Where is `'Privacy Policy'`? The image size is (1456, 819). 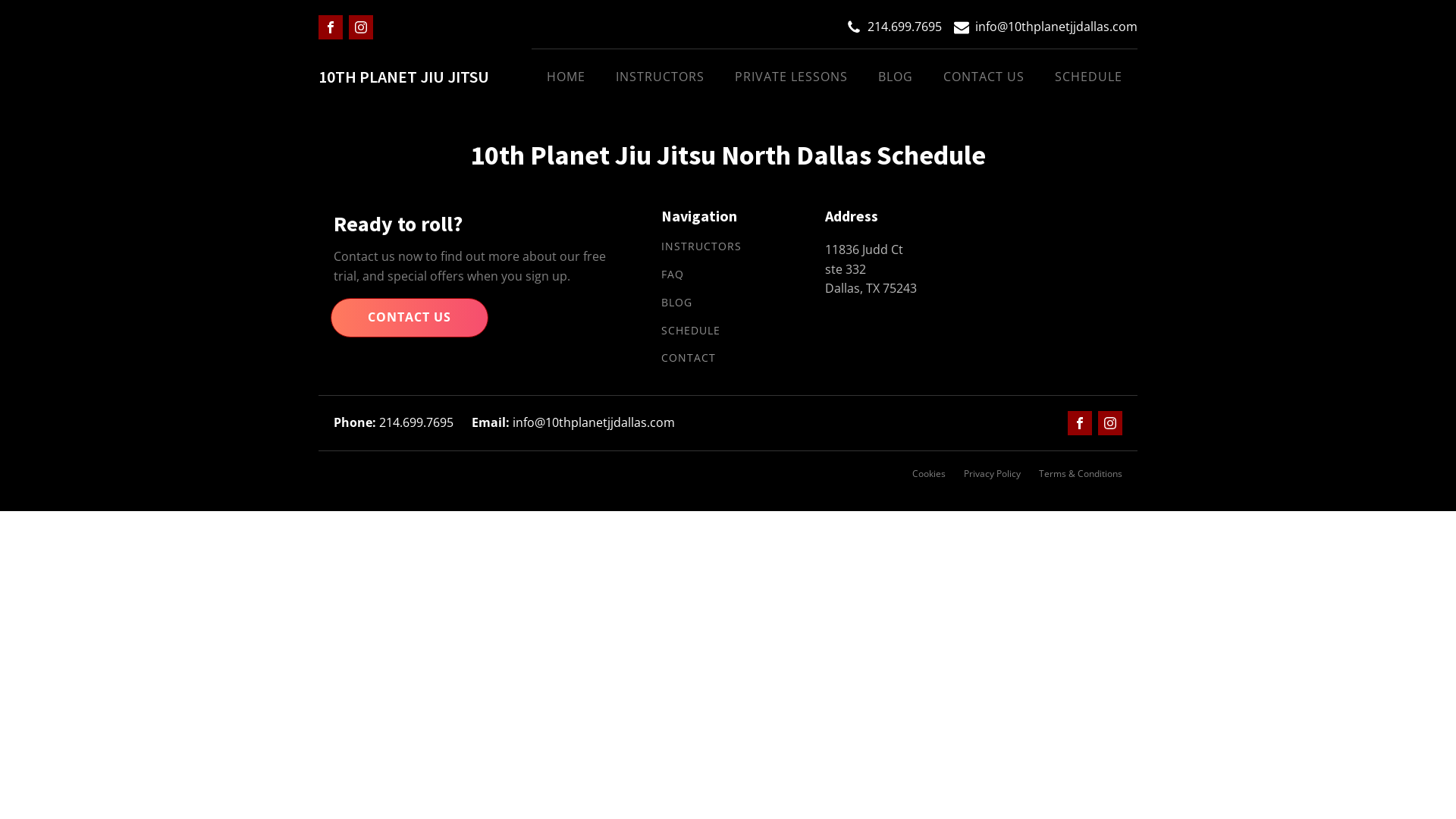 'Privacy Policy' is located at coordinates (992, 472).